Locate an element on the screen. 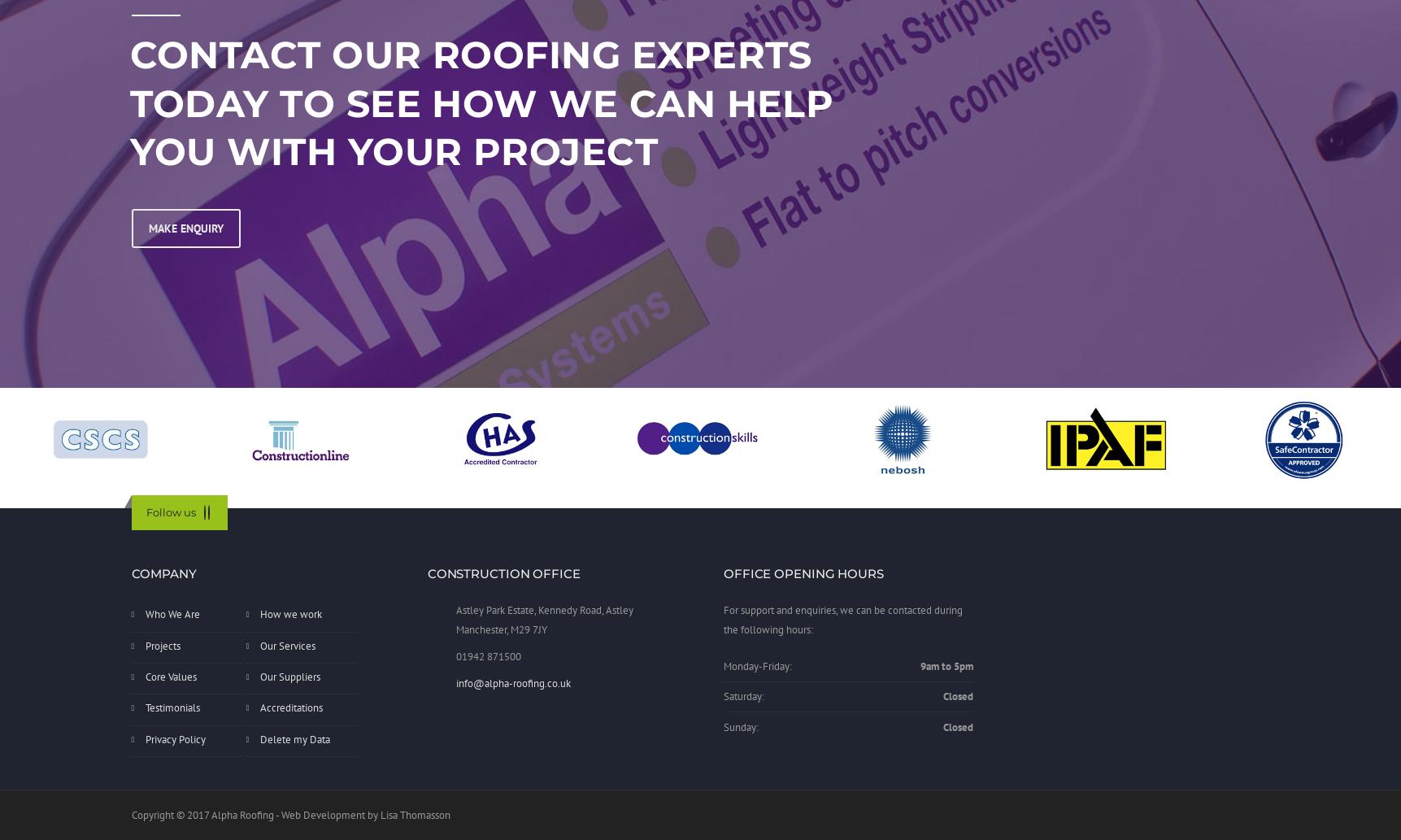 The image size is (1401, 840). 'Astley Park Estate, Kennedy Road, Astley' is located at coordinates (544, 610).